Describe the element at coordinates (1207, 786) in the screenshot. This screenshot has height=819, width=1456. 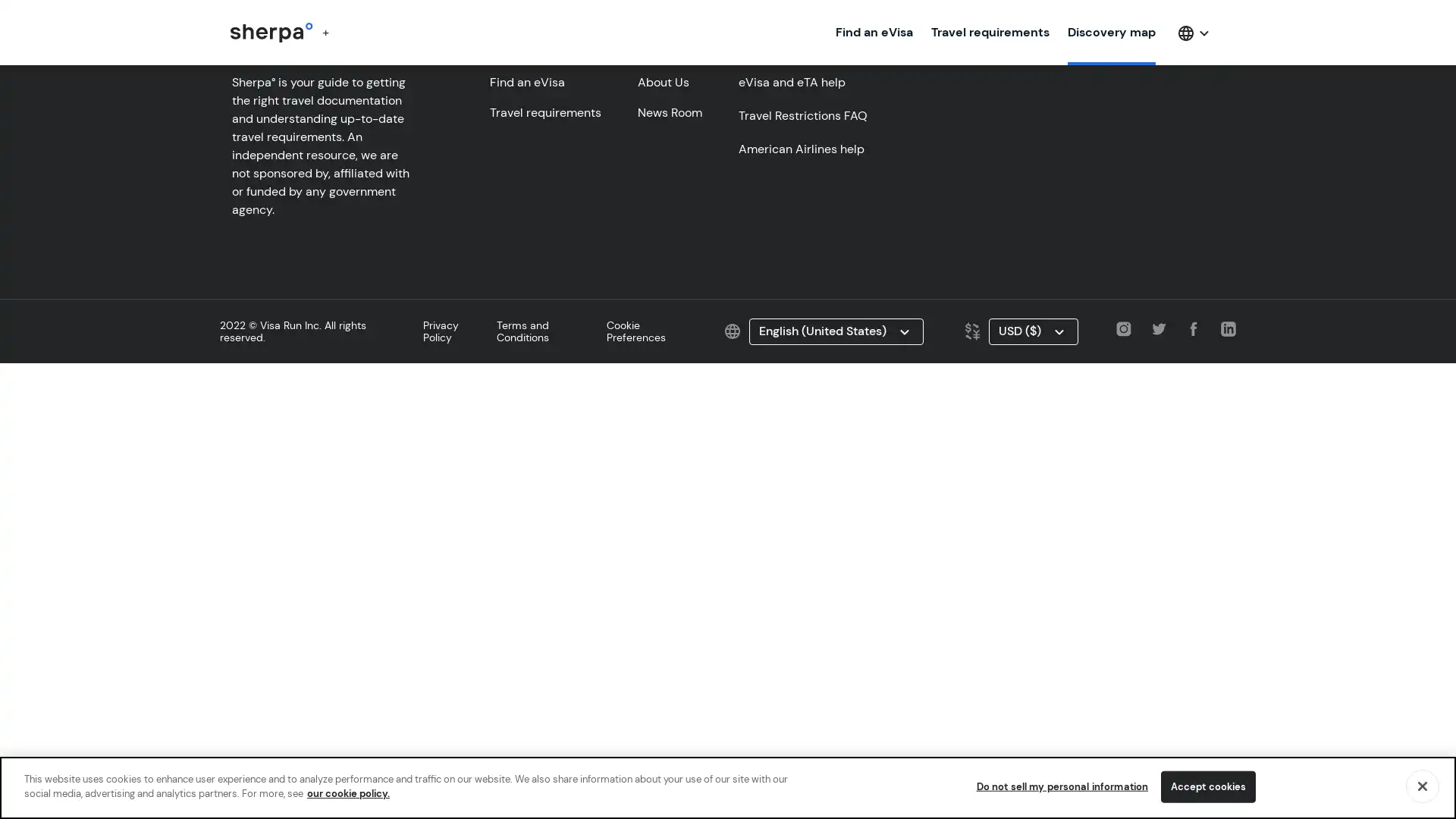
I see `Accept cookies` at that location.